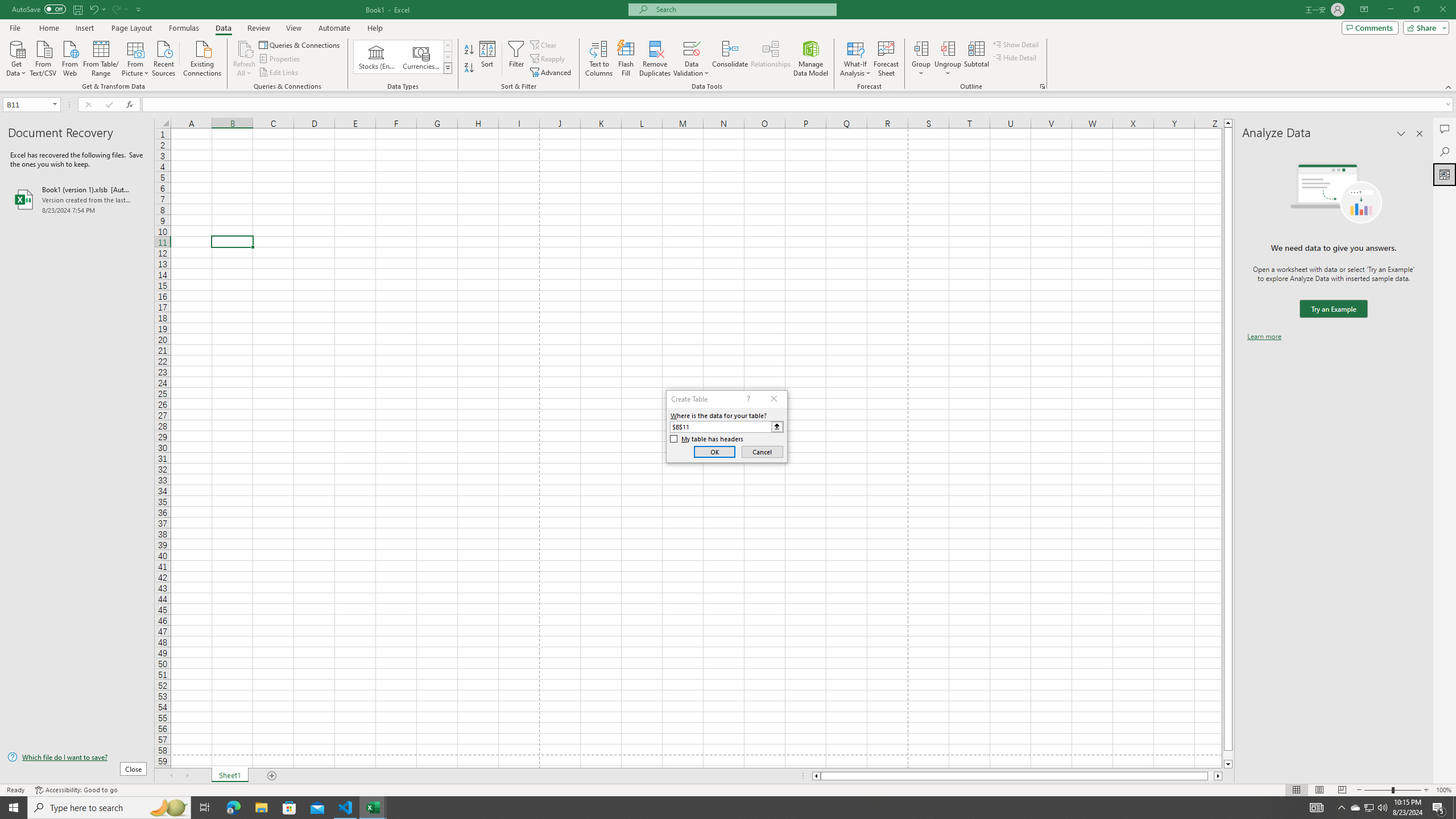 Image resolution: width=1456 pixels, height=819 pixels. Describe the element at coordinates (855, 59) in the screenshot. I see `'What-If Analysis'` at that location.